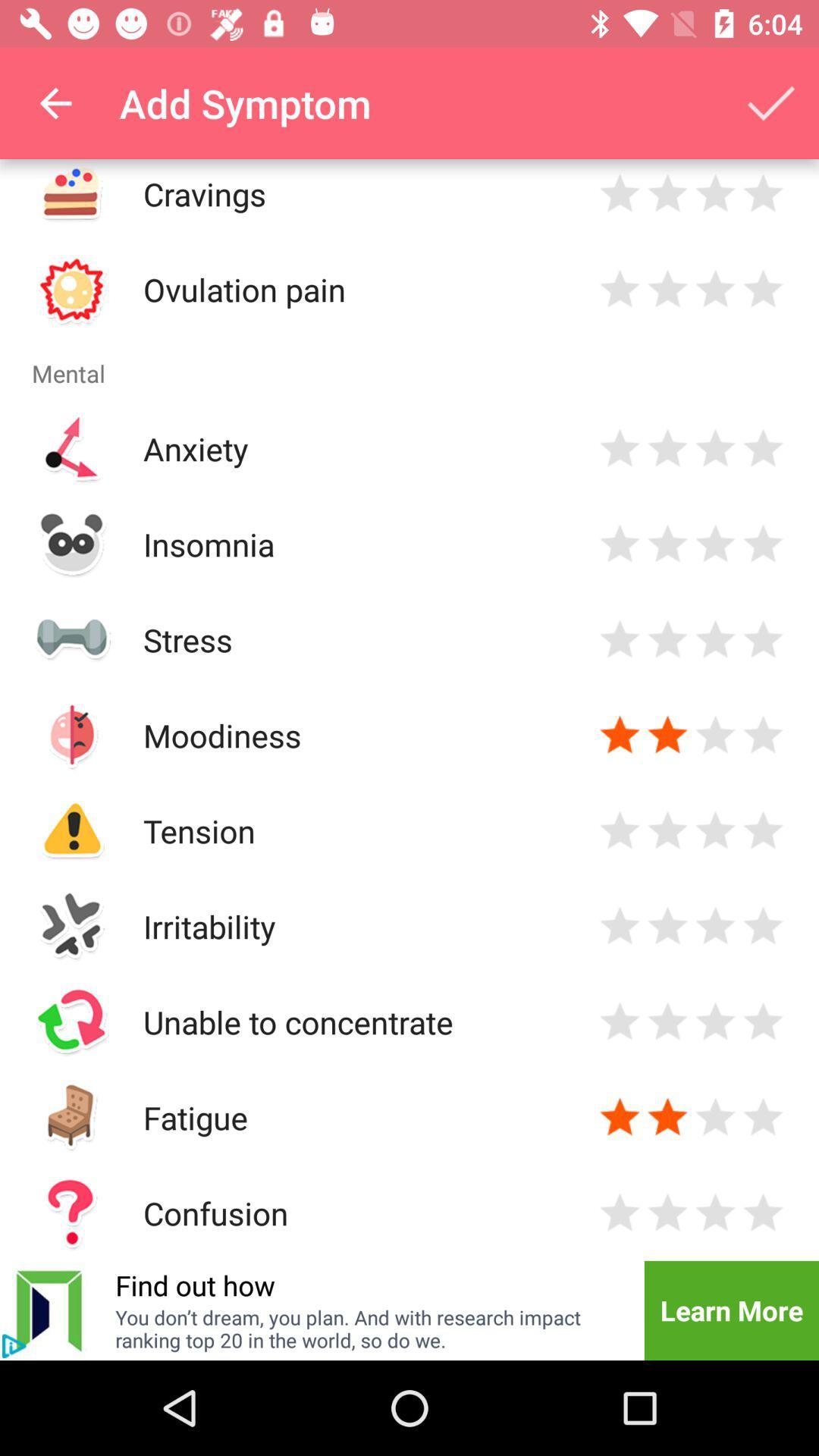  What do you see at coordinates (715, 447) in the screenshot?
I see `rate symptom 3 stars` at bounding box center [715, 447].